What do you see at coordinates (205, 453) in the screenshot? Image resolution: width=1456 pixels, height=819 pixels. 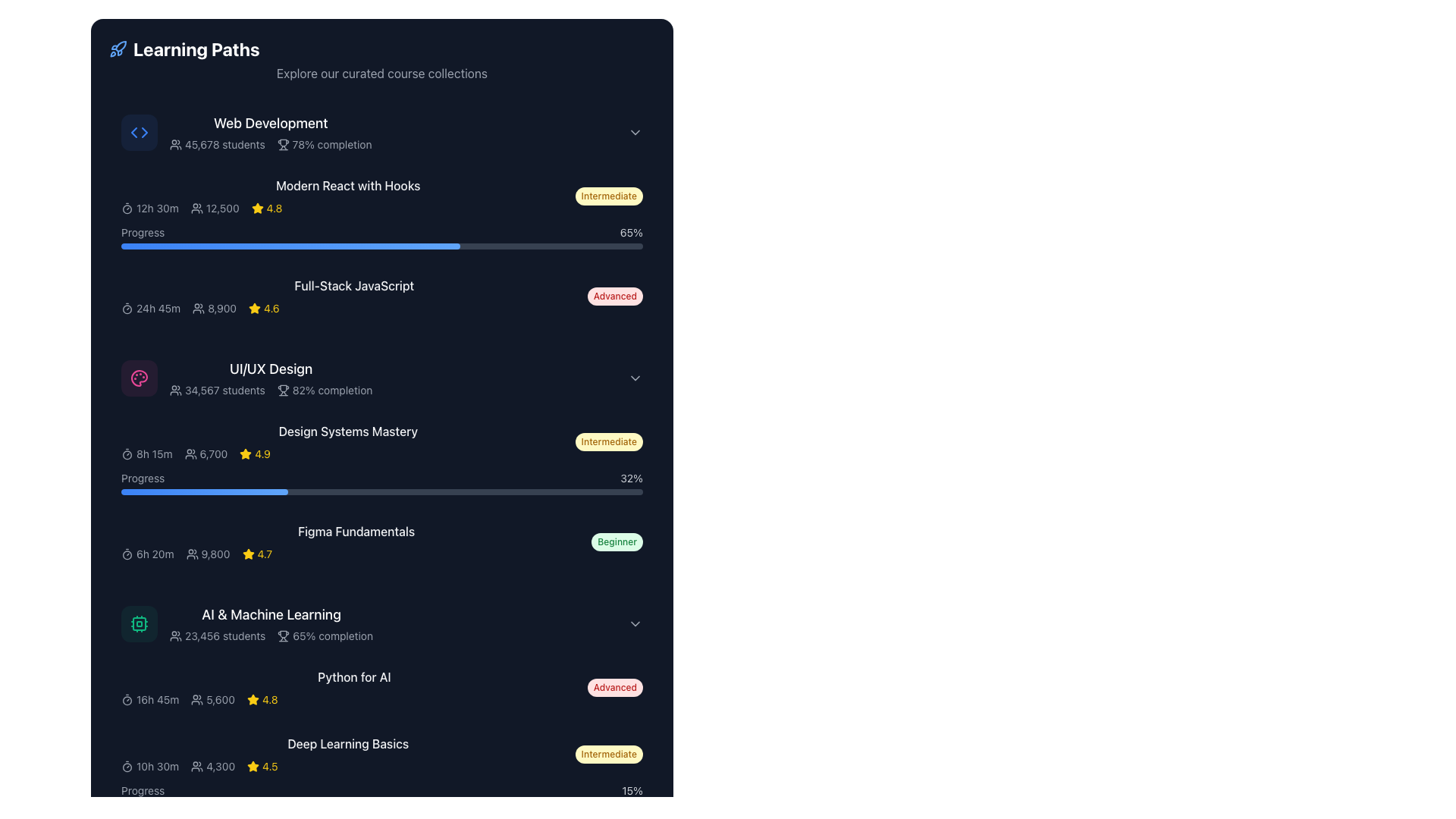 I see `the text display showing '6,700' with a user icon, located in the 'Design Systems Mastery' course row, between '8h 15m' and '4.9'` at bounding box center [205, 453].